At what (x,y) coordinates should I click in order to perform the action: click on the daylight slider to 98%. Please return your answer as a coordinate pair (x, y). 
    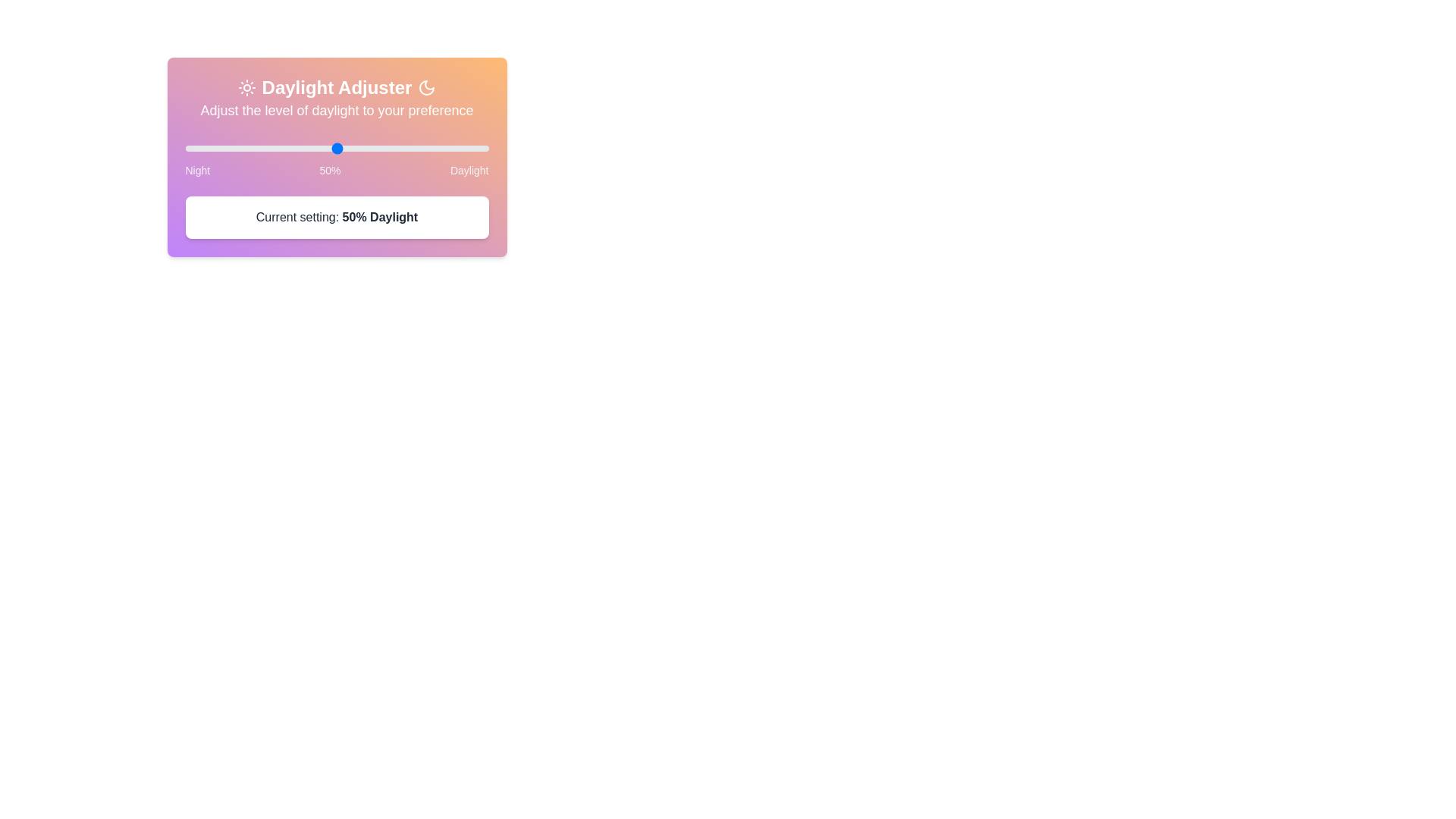
    Looking at the image, I should click on (482, 149).